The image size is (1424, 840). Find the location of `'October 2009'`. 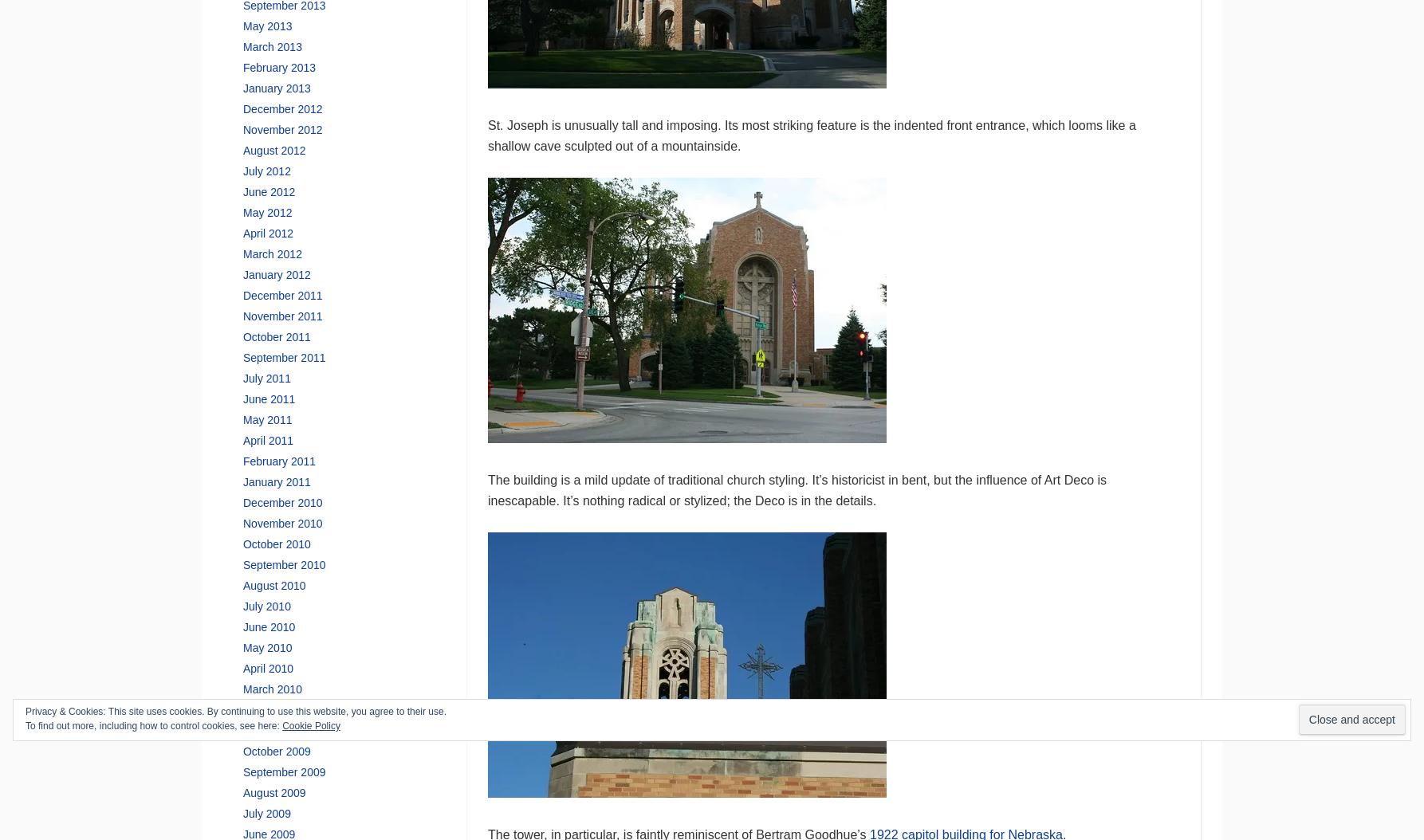

'October 2009' is located at coordinates (242, 749).